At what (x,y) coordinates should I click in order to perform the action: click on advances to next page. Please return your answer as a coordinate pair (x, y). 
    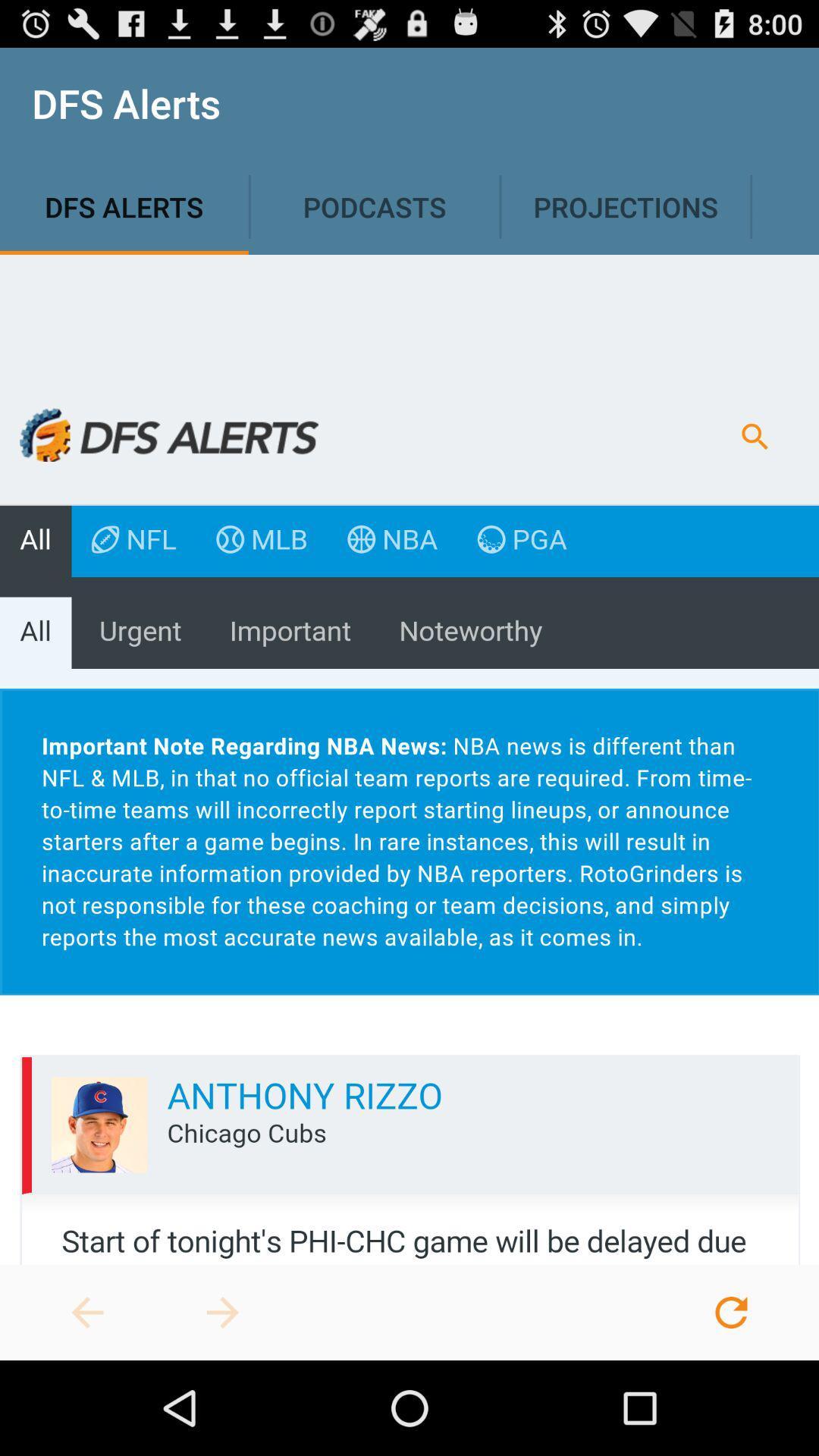
    Looking at the image, I should click on (222, 1312).